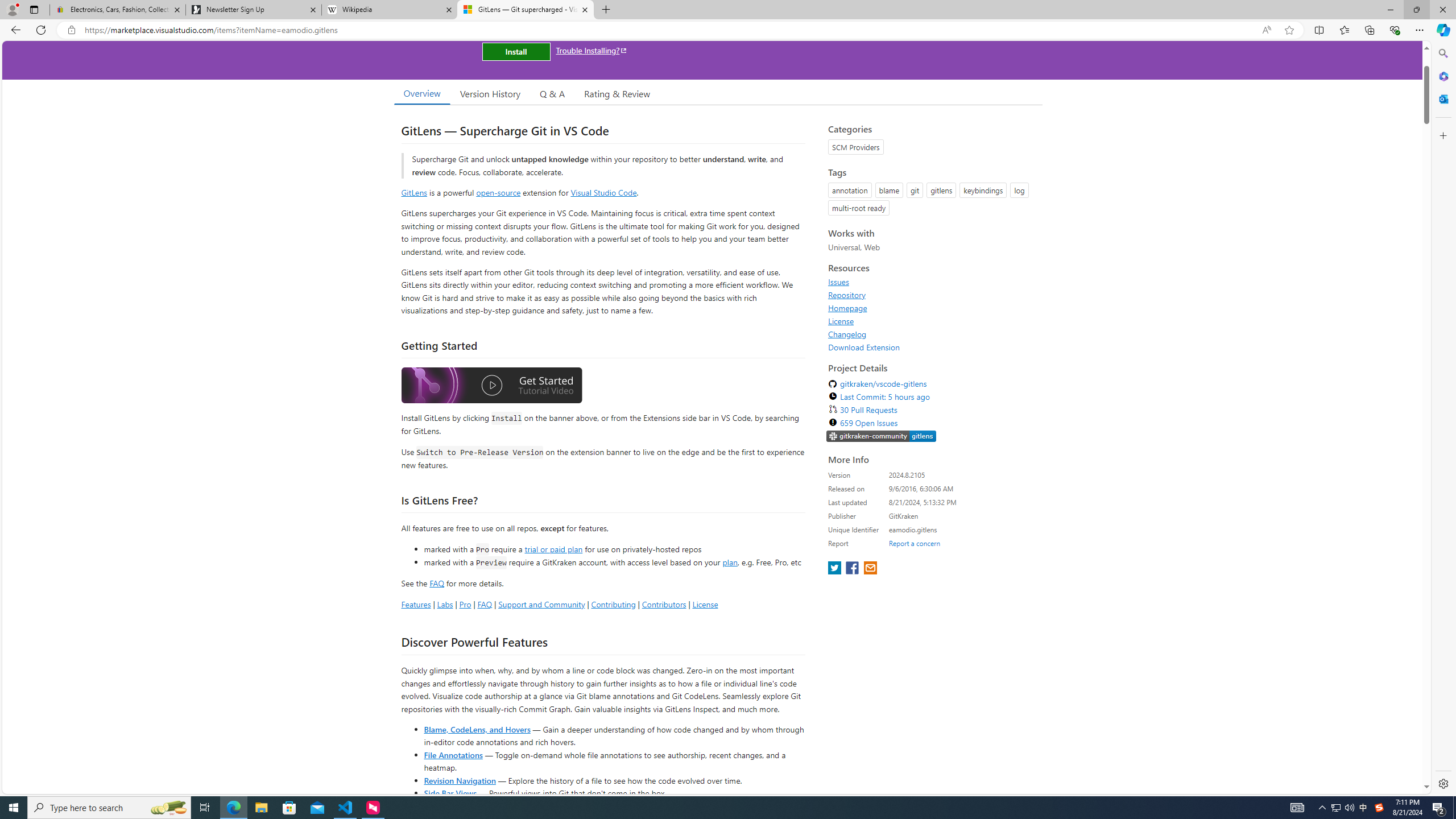 Image resolution: width=1456 pixels, height=819 pixels. I want to click on 'Support and Community', so click(541, 603).